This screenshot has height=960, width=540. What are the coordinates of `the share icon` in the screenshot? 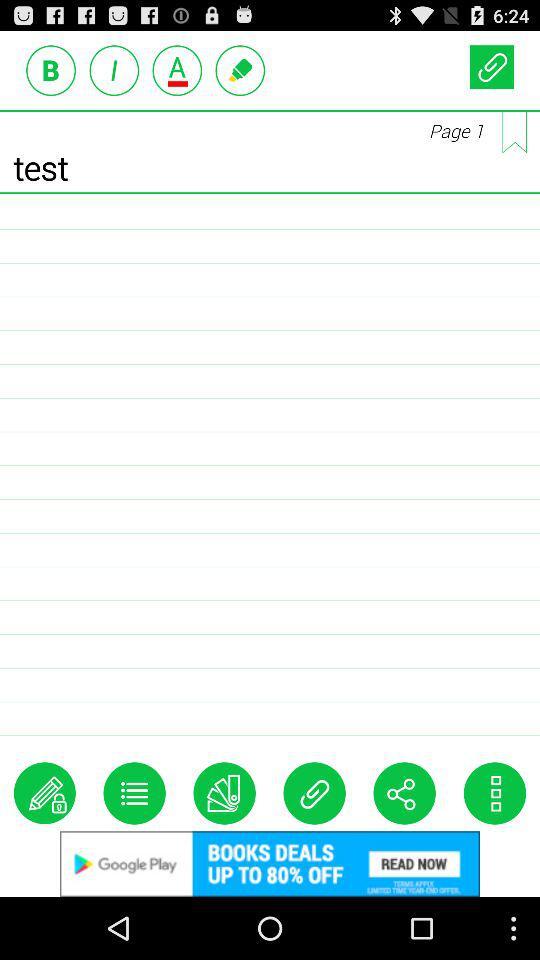 It's located at (404, 848).